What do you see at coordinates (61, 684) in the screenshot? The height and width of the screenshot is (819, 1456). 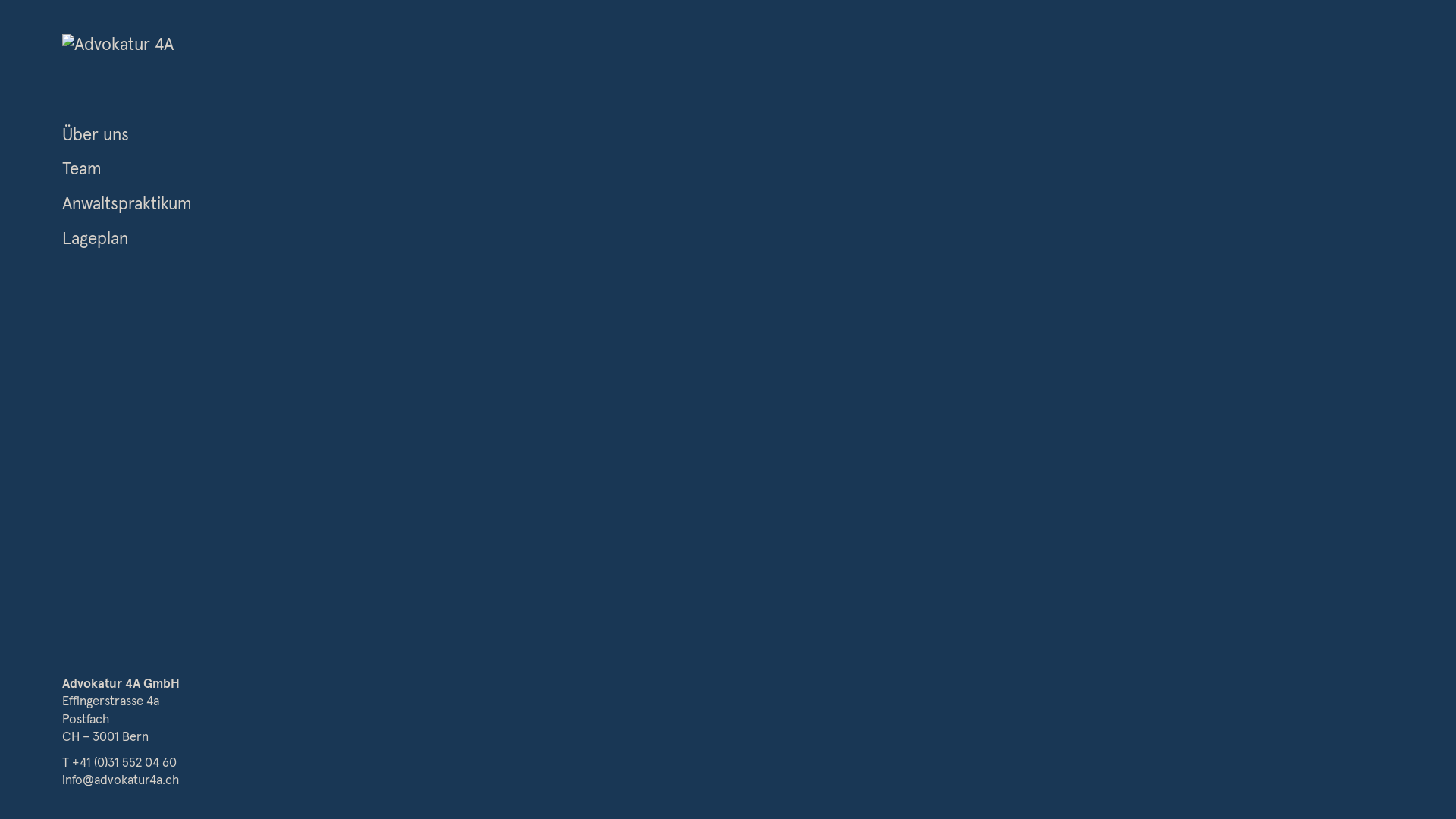 I see `'Advokatur 4A GmbH'` at bounding box center [61, 684].